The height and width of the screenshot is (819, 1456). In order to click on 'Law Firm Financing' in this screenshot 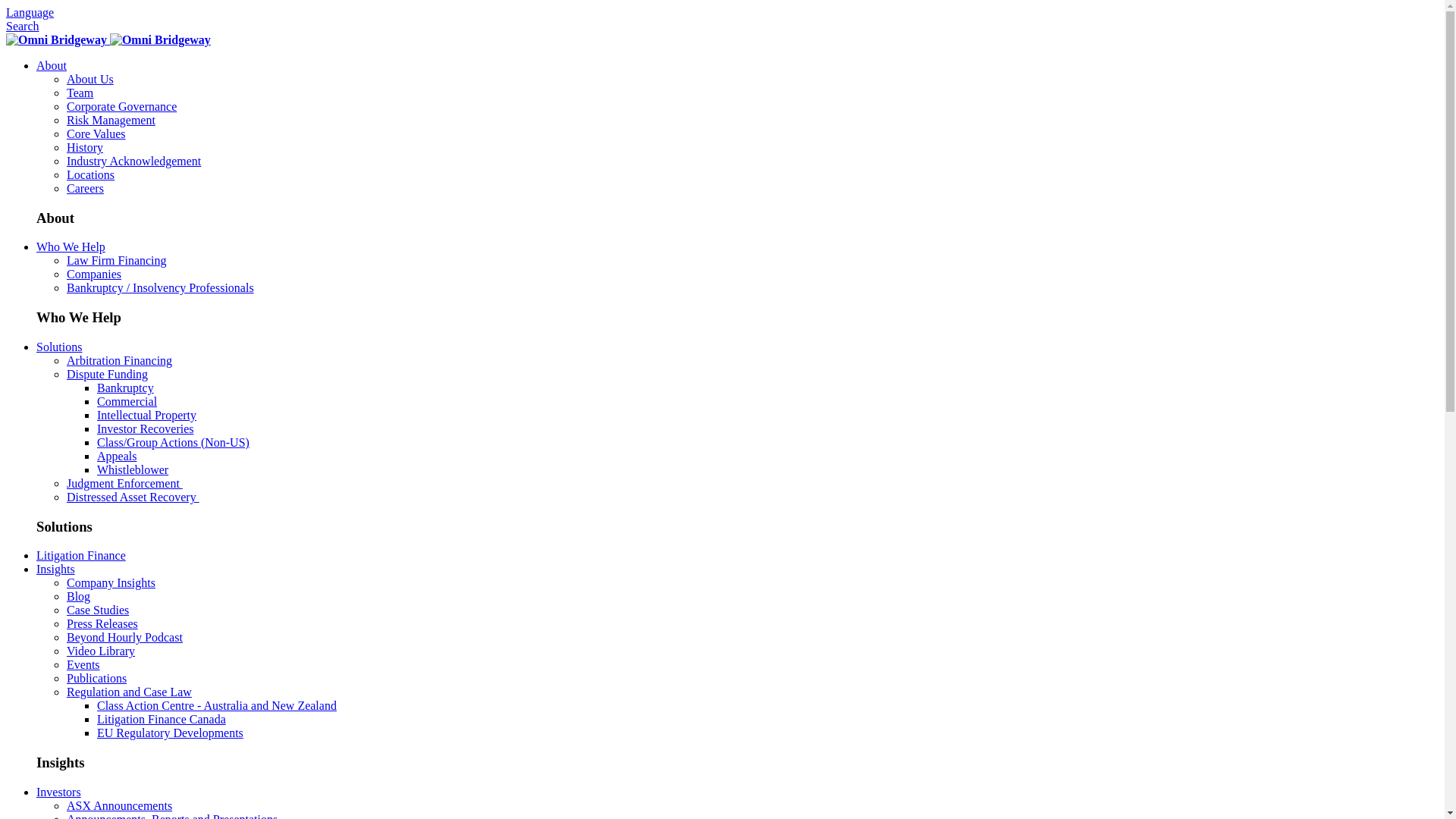, I will do `click(65, 259)`.